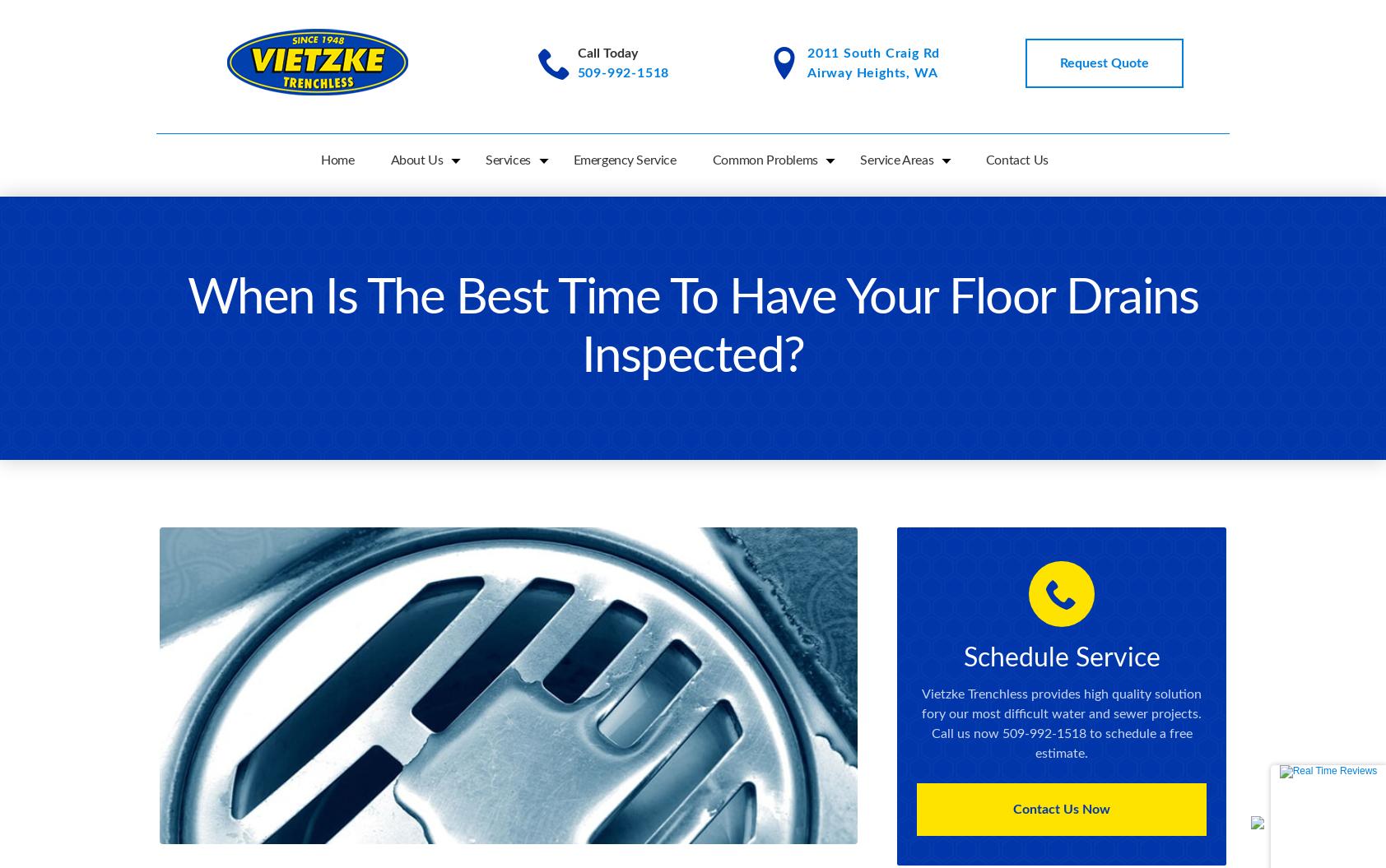  I want to click on 'Request Quote', so click(1102, 63).